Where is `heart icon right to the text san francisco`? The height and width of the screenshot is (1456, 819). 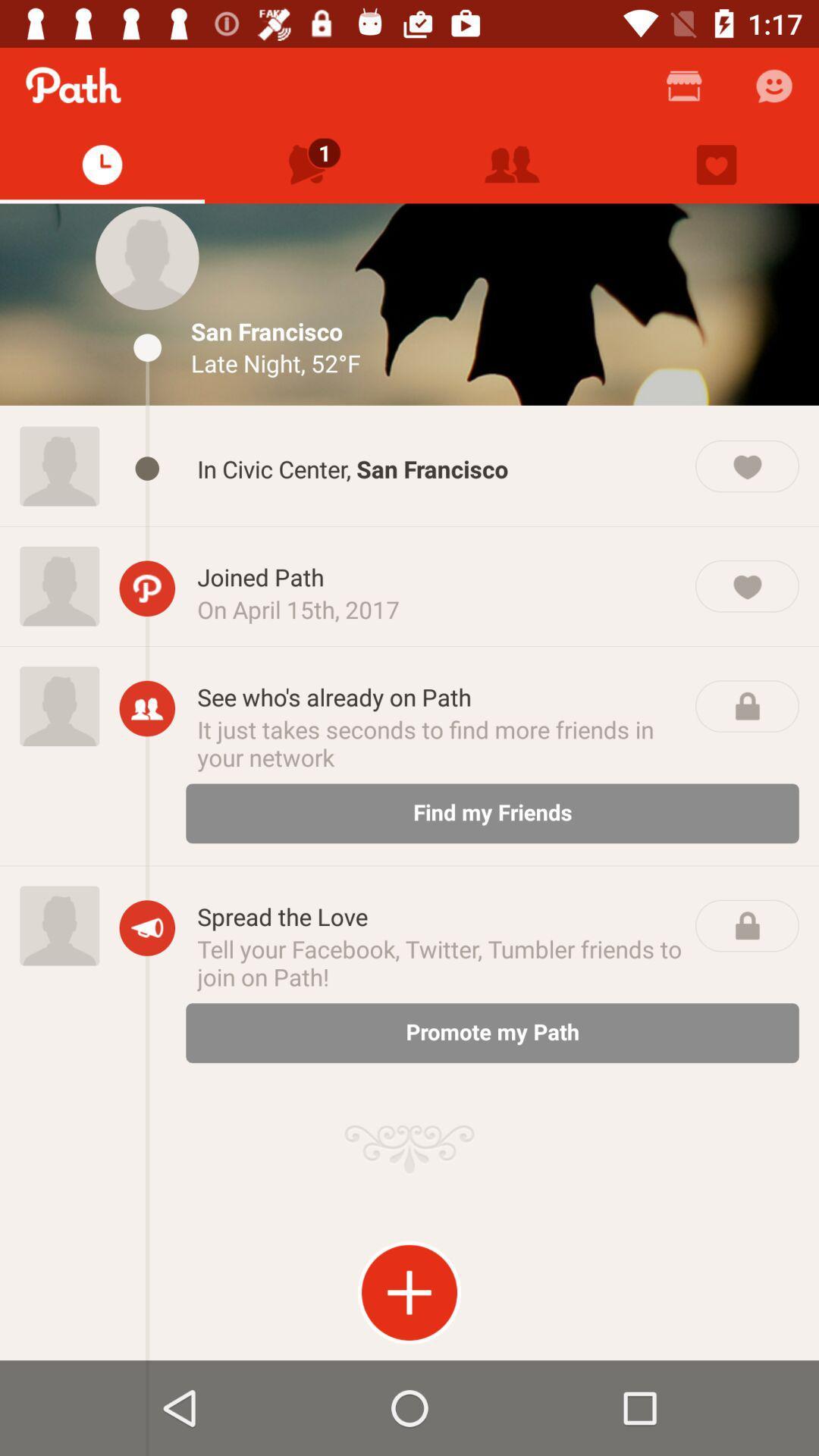
heart icon right to the text san francisco is located at coordinates (746, 465).